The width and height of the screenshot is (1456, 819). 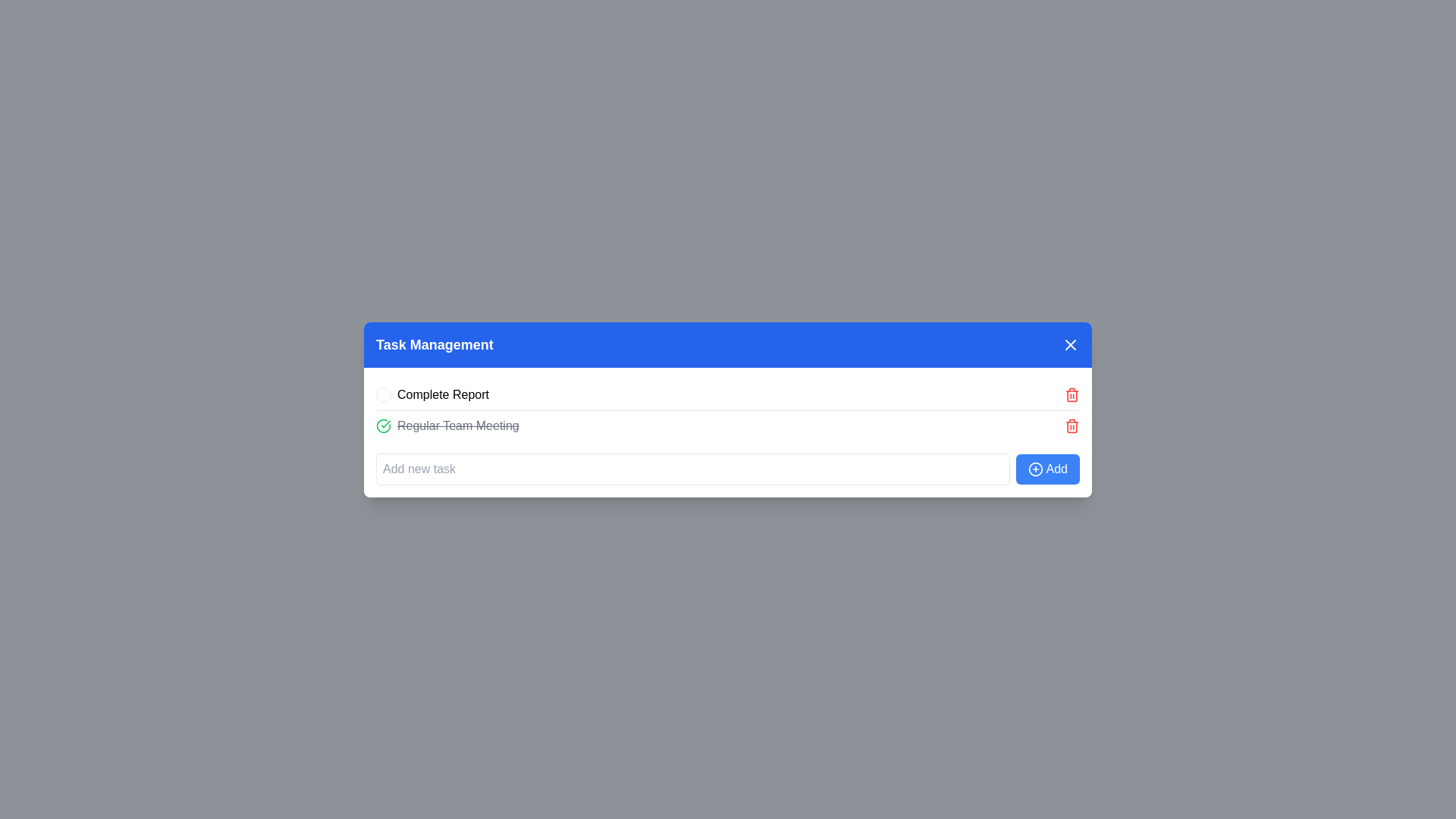 What do you see at coordinates (1072, 425) in the screenshot?
I see `the delete button located at the far right of the task list item for 'Regular Team Meeting'` at bounding box center [1072, 425].